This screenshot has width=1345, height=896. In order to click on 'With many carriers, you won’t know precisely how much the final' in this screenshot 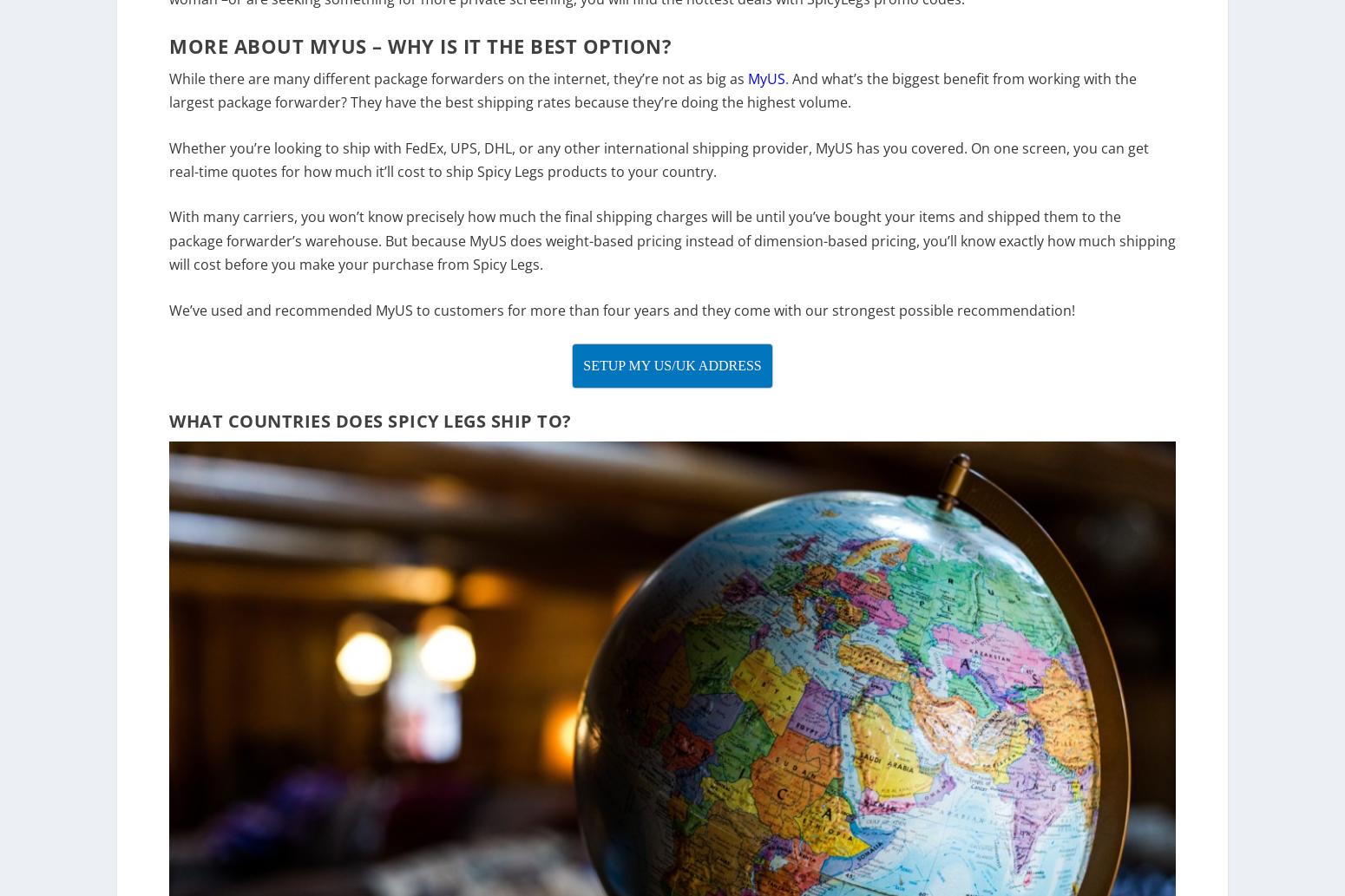, I will do `click(382, 228)`.